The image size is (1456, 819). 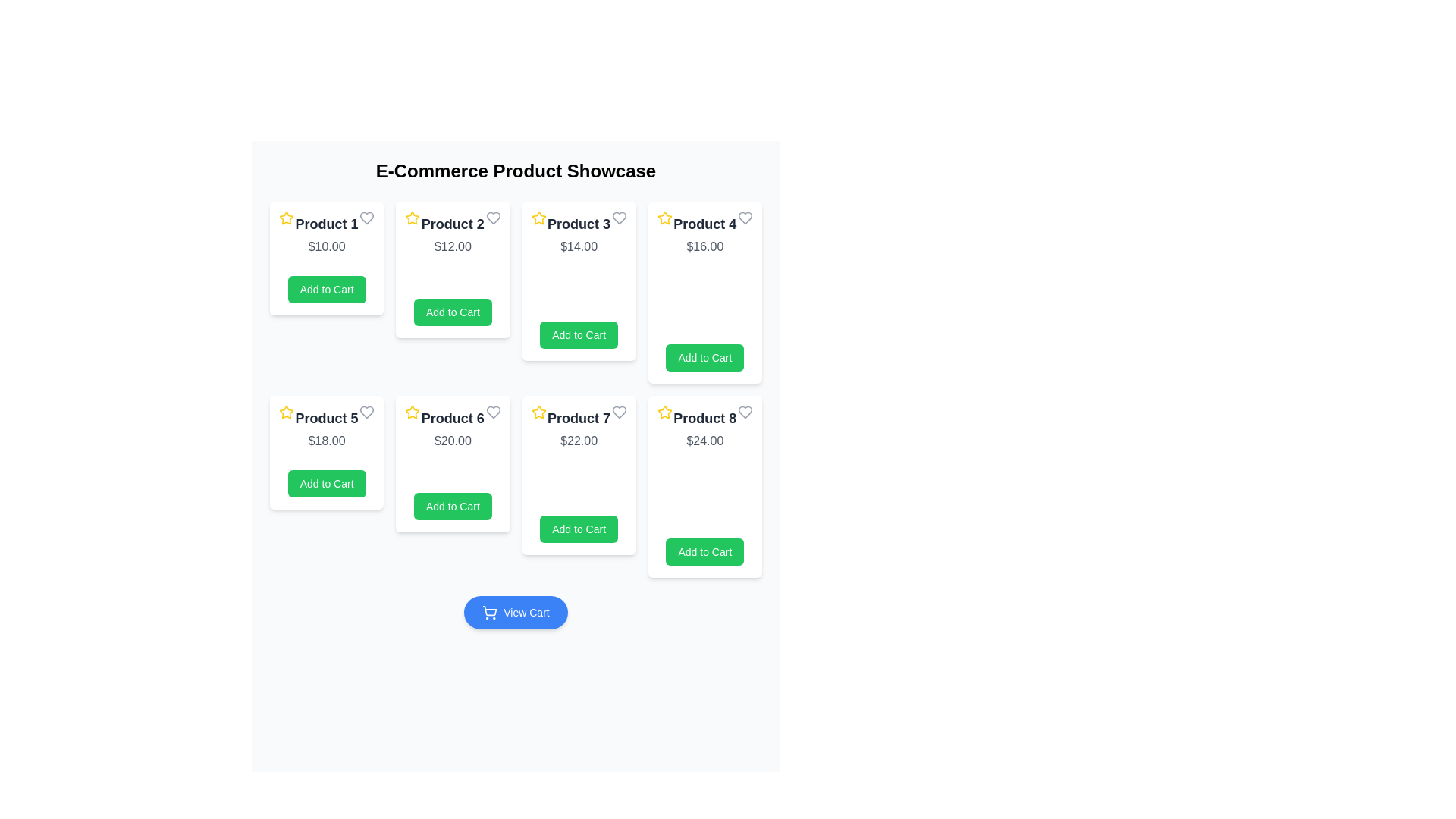 I want to click on the yellow star icon with a hollow center located at the top-left corner of Product 3's card to trigger its animation effects, so click(x=538, y=218).